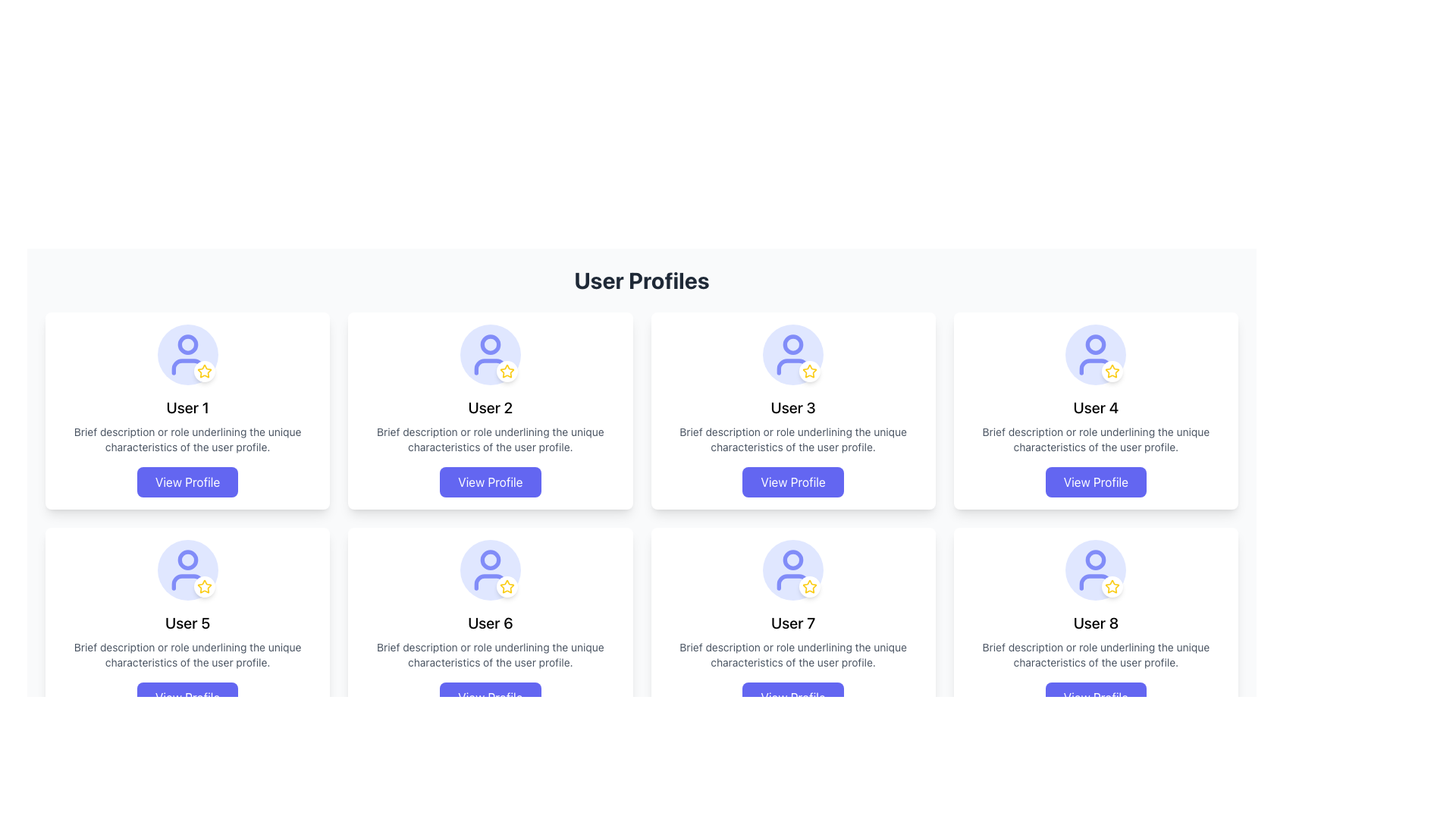 This screenshot has width=1456, height=819. I want to click on the decorative badge indicating premium status for 'User 8' located at the bottom-right corner of the profile card, so click(1112, 586).